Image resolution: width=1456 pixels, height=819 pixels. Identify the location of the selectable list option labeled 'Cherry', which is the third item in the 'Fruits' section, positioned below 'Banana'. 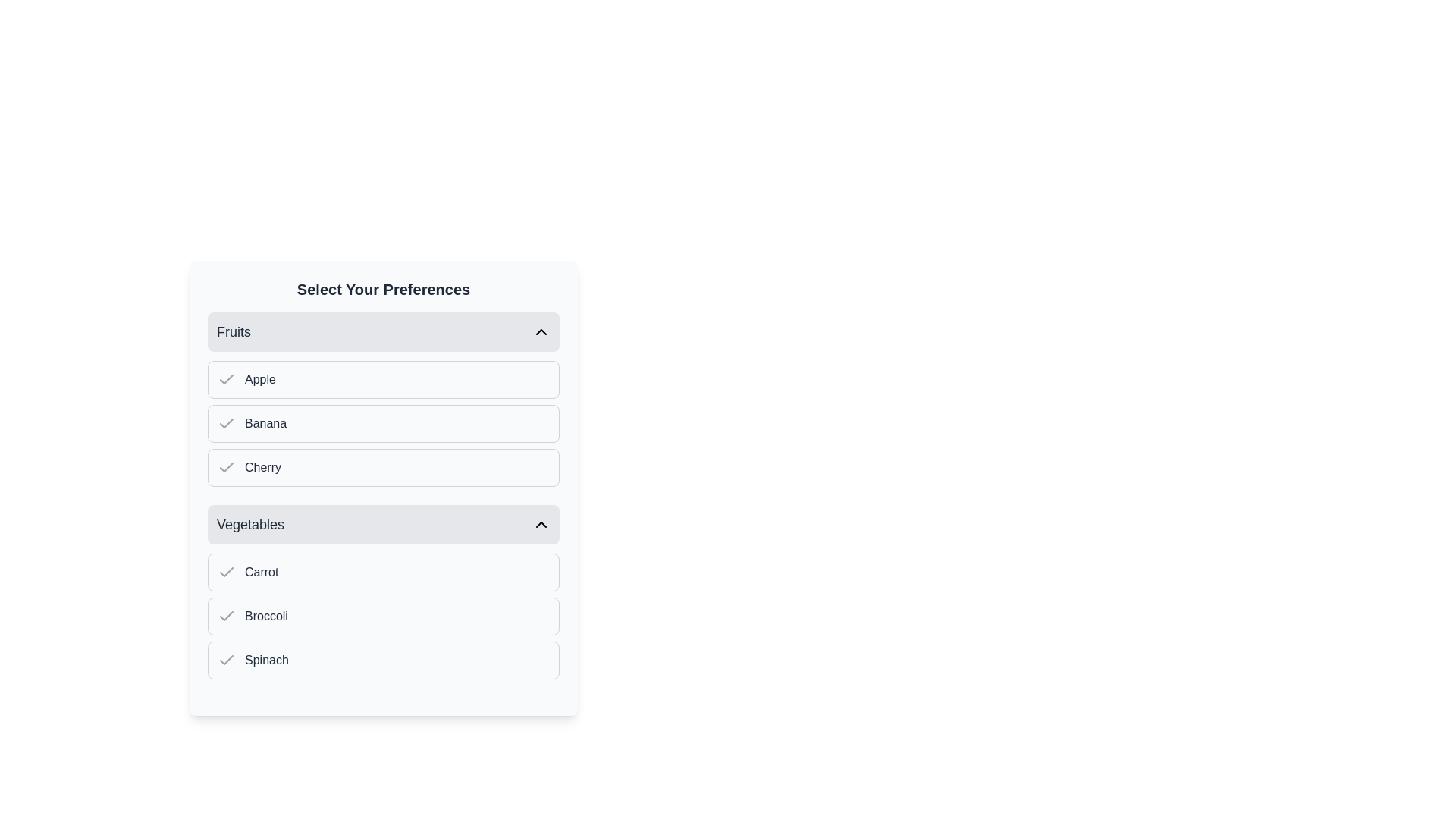
(383, 467).